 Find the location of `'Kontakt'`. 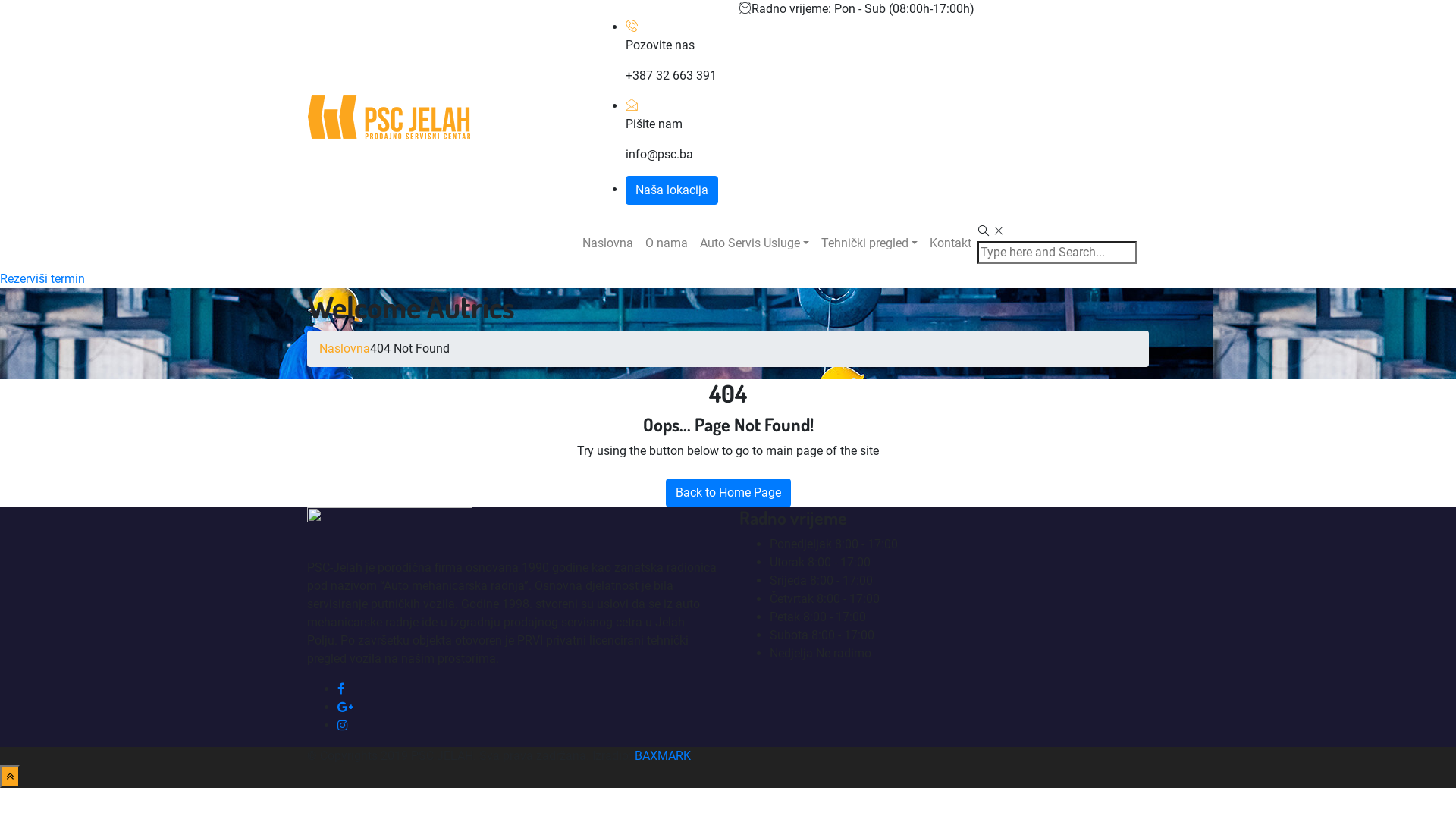

'Kontakt' is located at coordinates (949, 242).